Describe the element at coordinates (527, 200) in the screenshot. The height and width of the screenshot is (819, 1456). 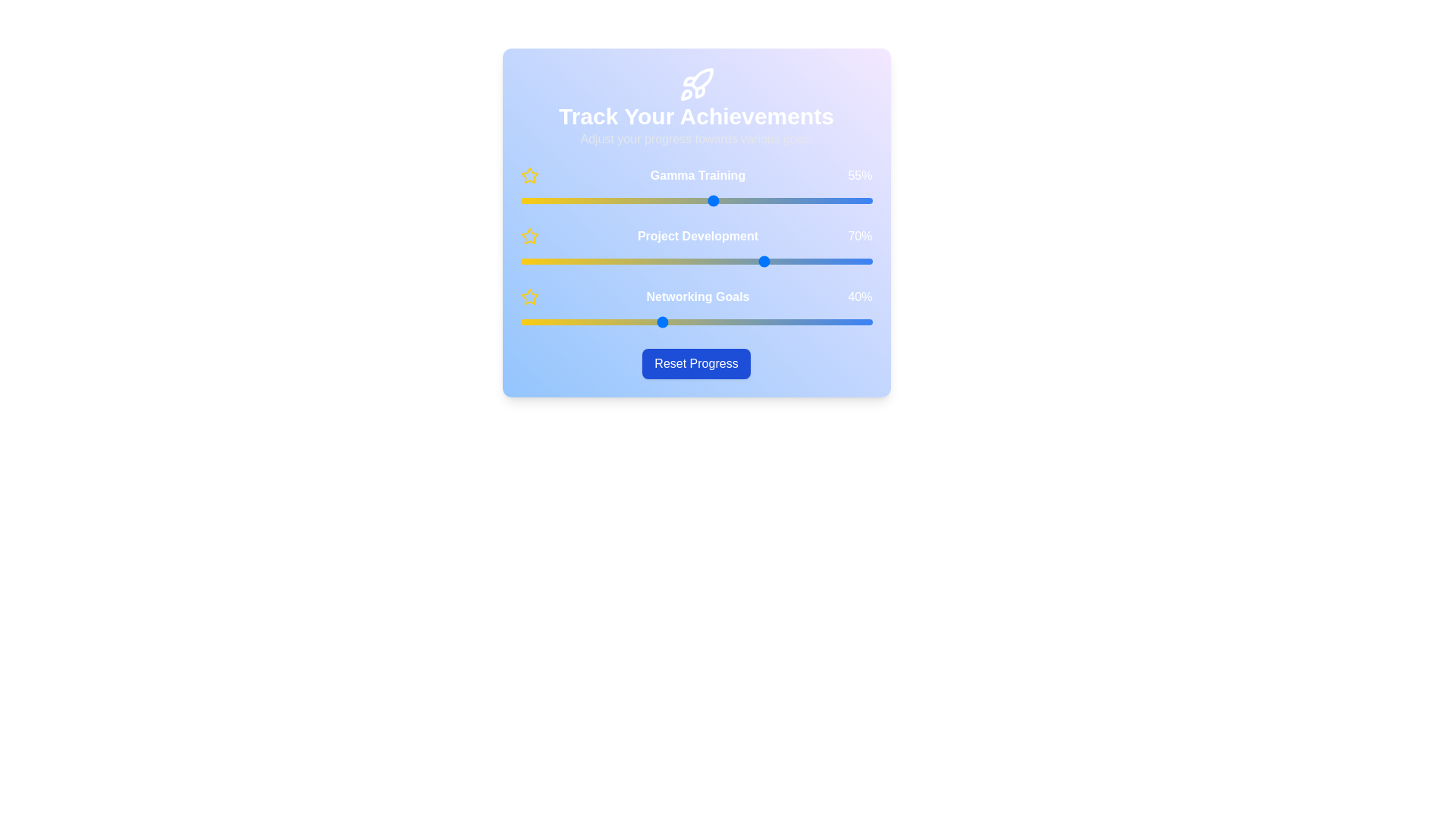
I see `the 'Gamma Training' slider to 2%` at that location.